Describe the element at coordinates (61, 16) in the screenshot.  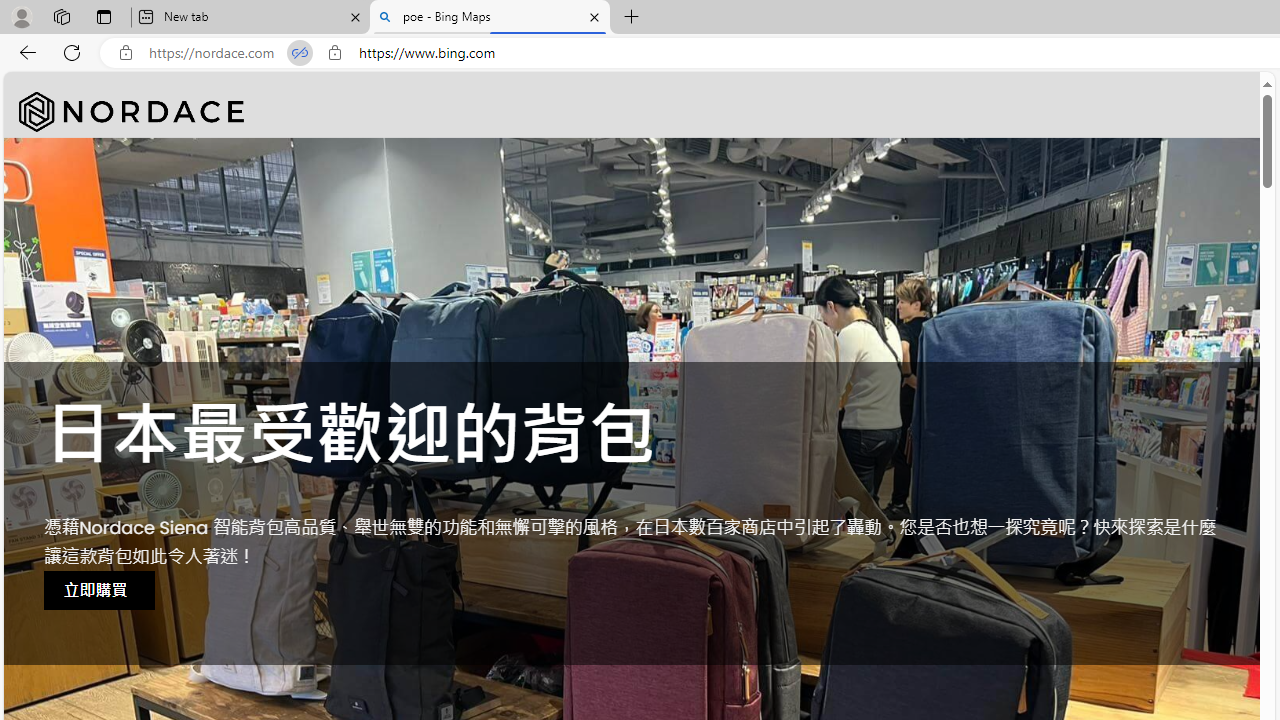
I see `'Workspaces'` at that location.